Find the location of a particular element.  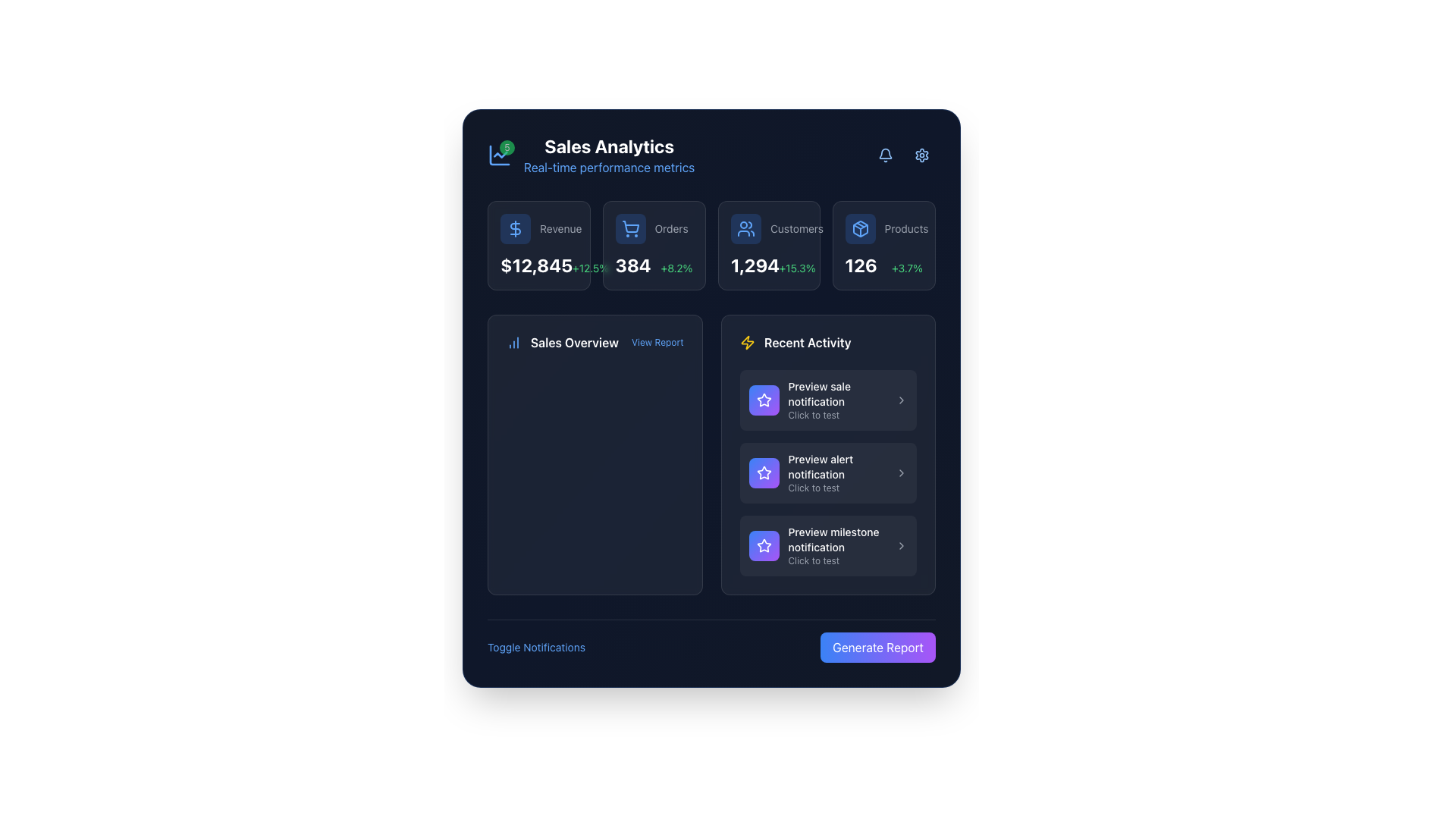

the first interactive list item that features a star graphic and the text 'Preview sale notification' is located at coordinates (827, 400).